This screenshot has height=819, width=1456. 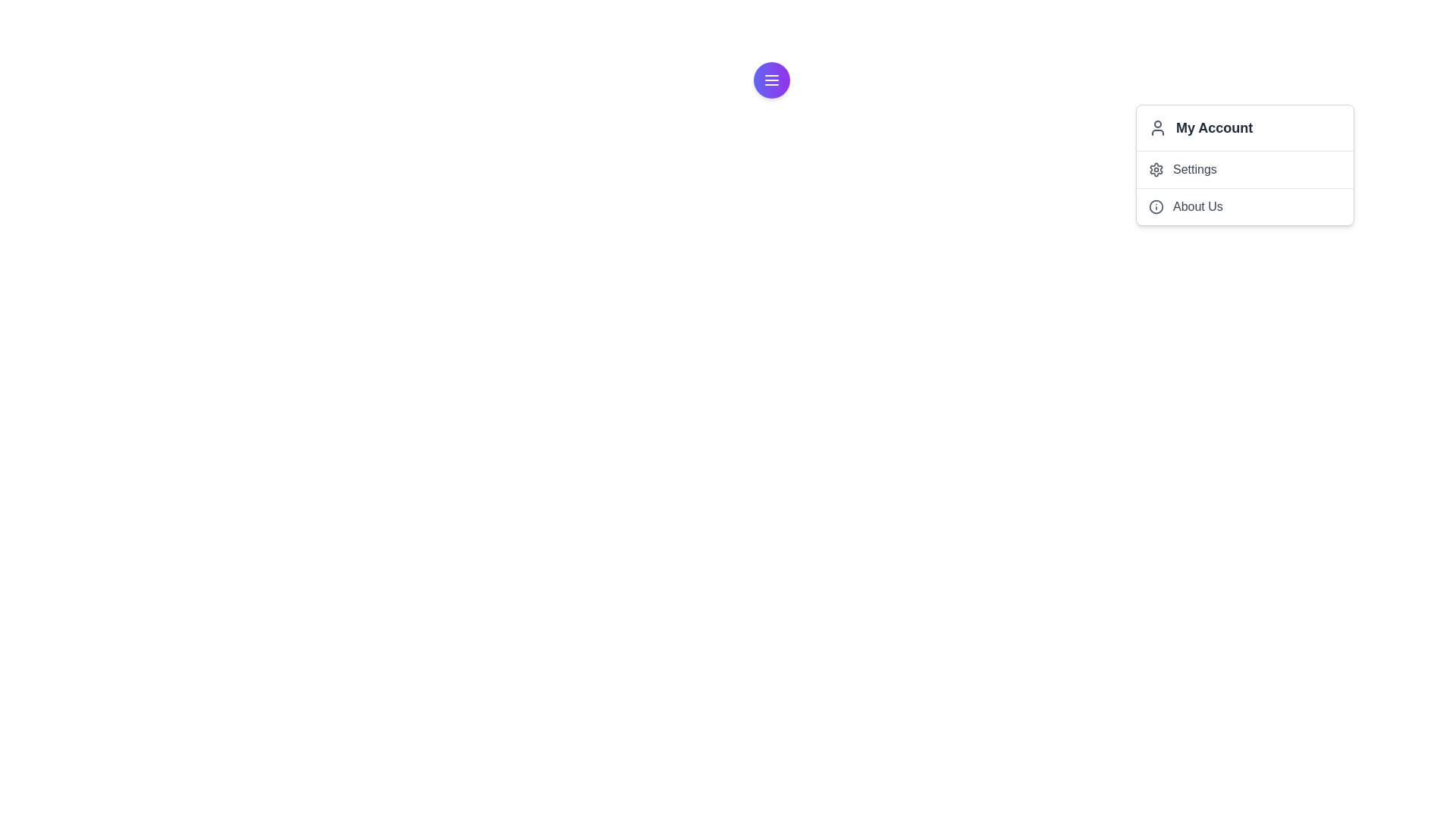 I want to click on the circular informational icon with a gray outline located to the left of the 'About Us' section to highlight or activate its menu option, so click(x=1156, y=207).